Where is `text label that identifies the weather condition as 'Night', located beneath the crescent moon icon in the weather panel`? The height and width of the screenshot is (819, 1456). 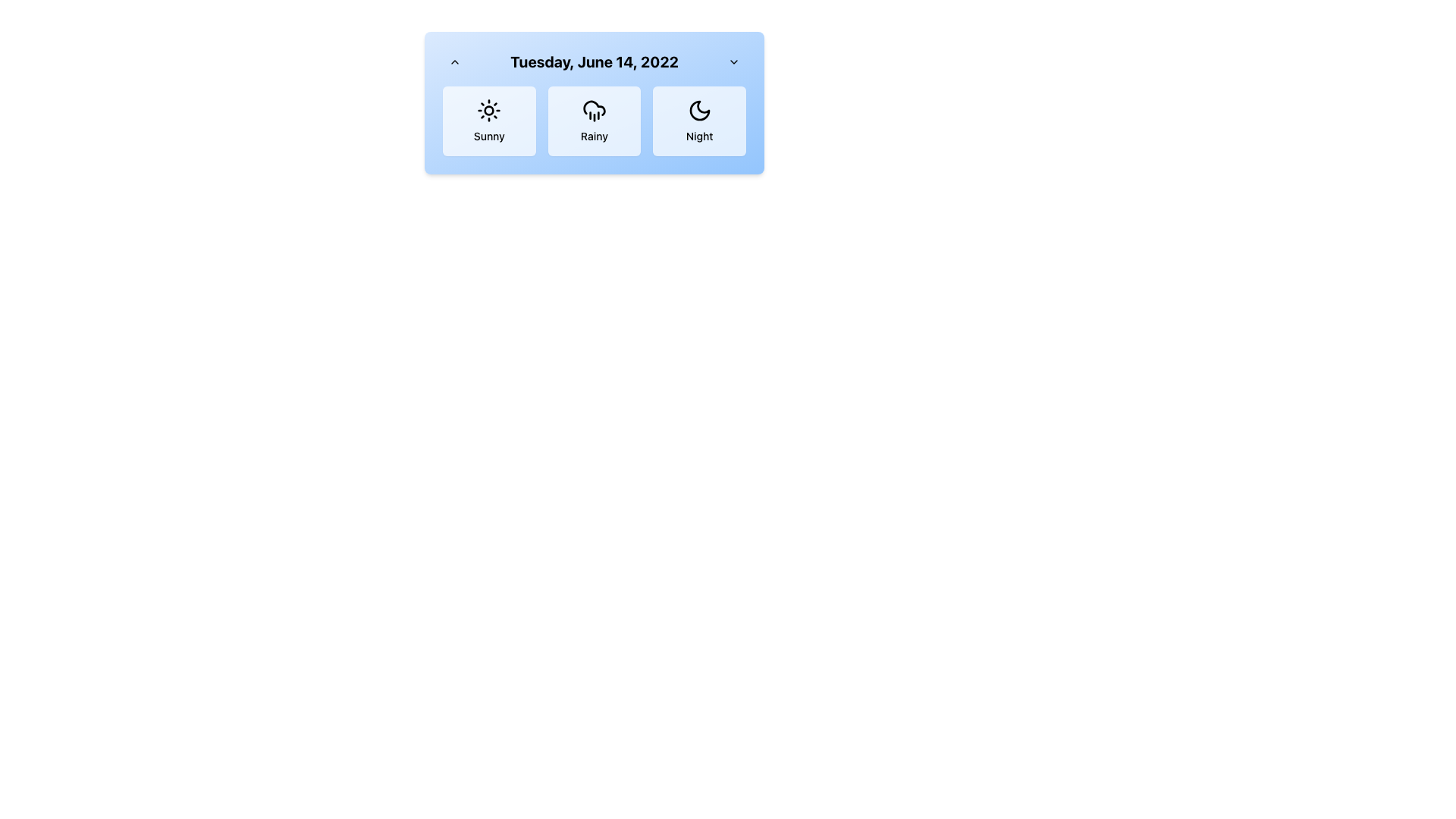 text label that identifies the weather condition as 'Night', located beneath the crescent moon icon in the weather panel is located at coordinates (698, 136).